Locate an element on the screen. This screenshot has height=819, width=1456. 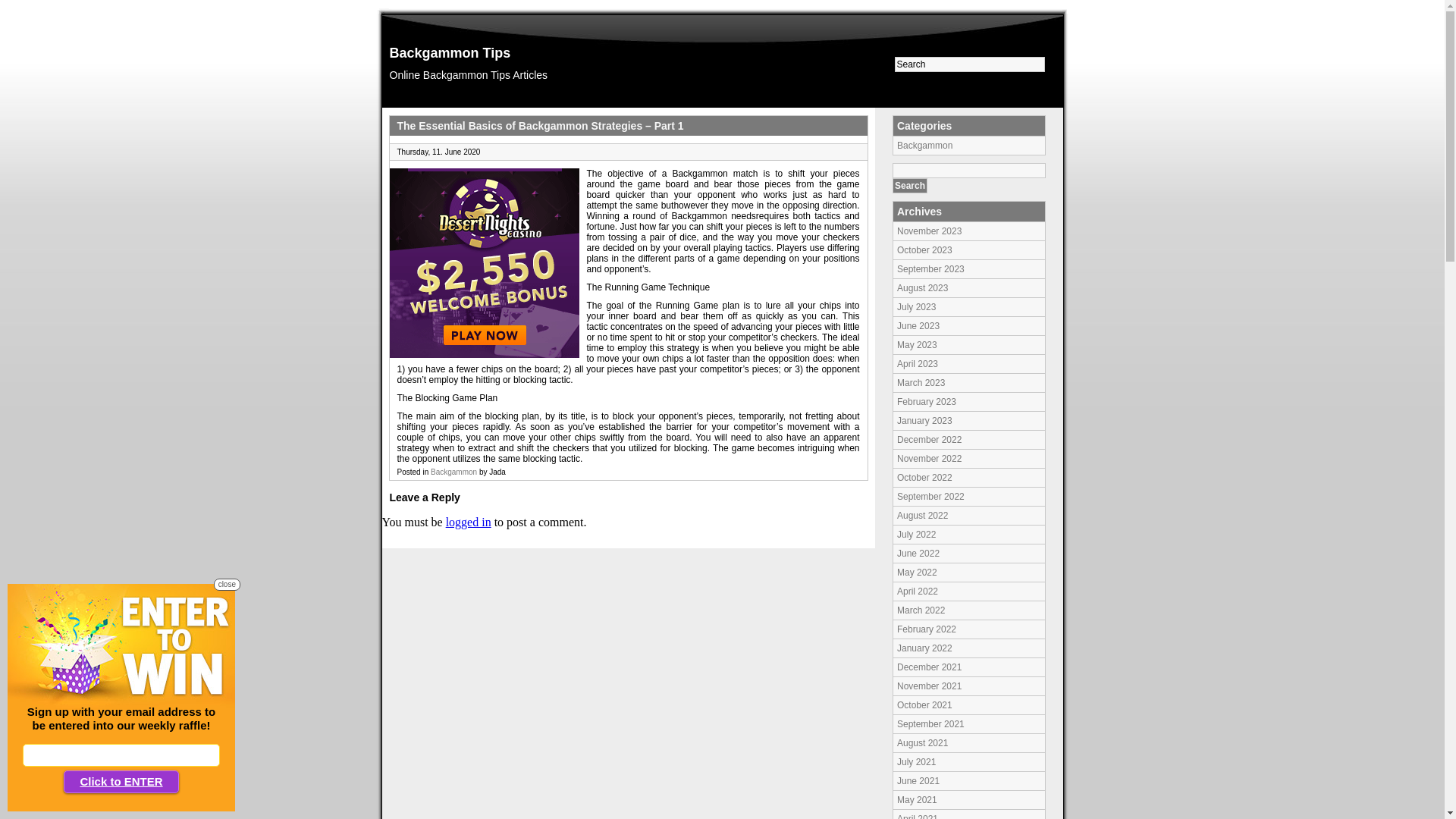
'Backgammon' is located at coordinates (924, 146).